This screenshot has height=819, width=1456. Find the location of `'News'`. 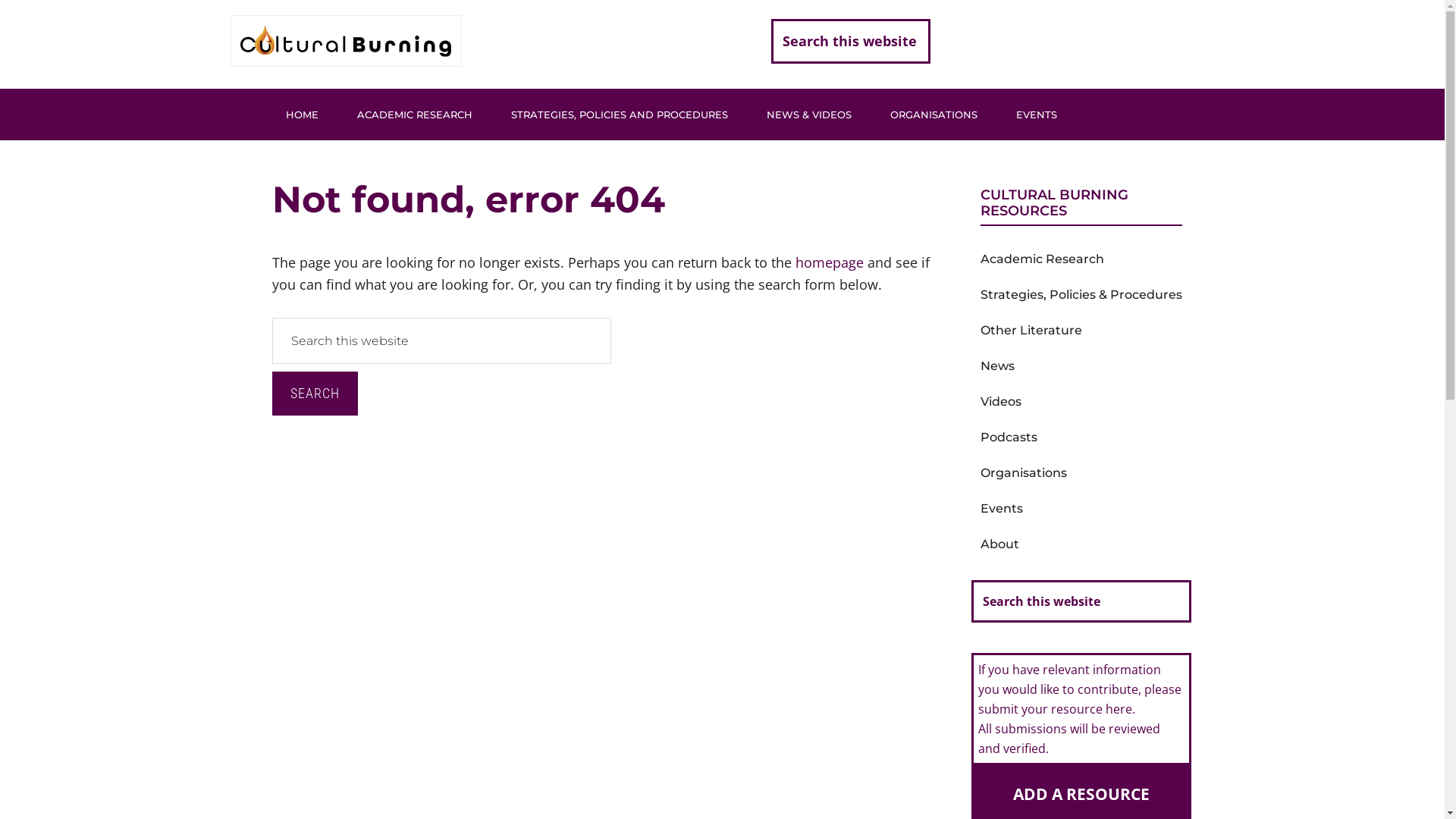

'News' is located at coordinates (996, 366).